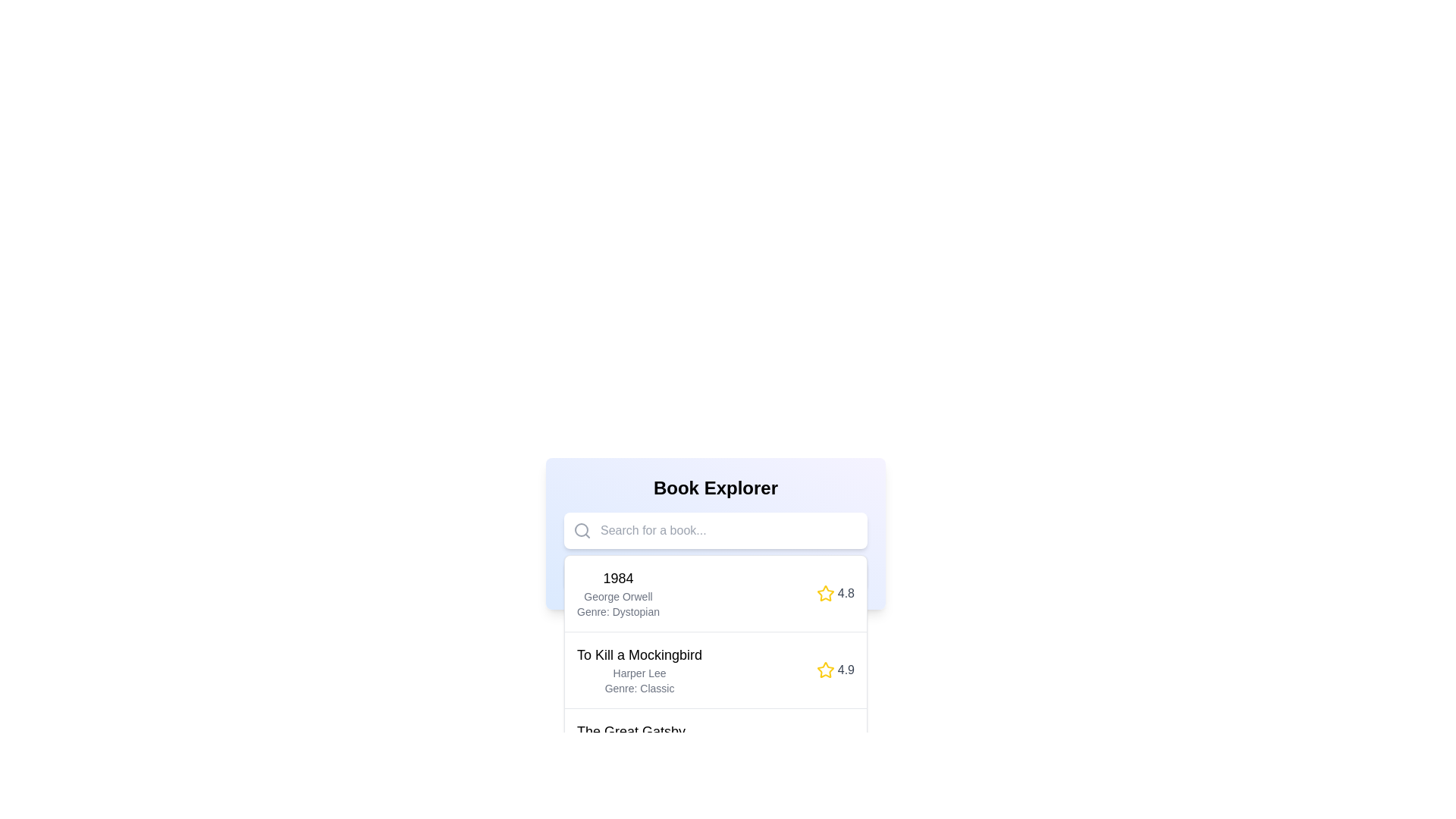  I want to click on the small circular magnifying glass icon located within the white search bar under the 'Book Explorer' heading, so click(582, 529).